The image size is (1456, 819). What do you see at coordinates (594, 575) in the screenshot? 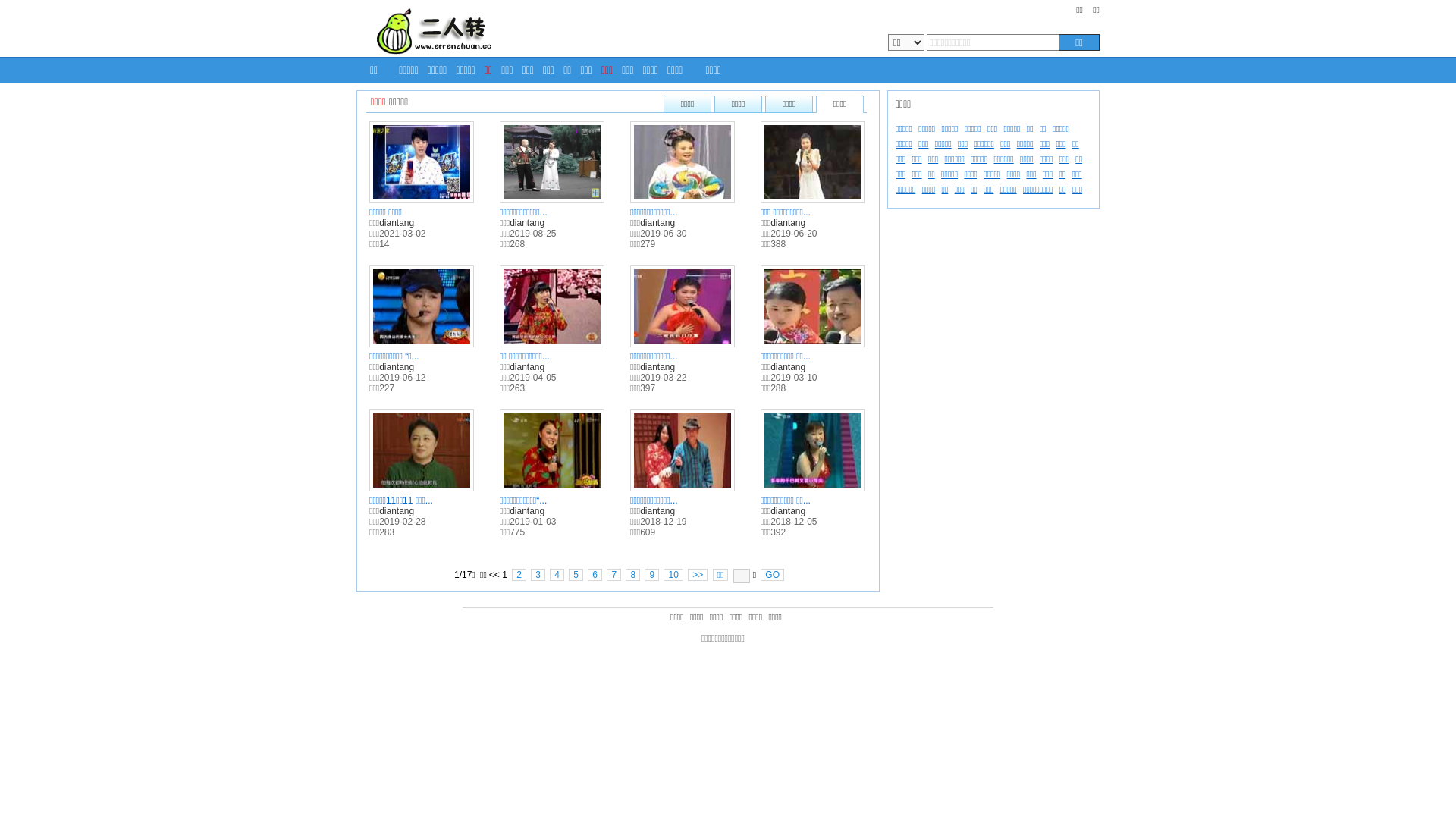
I see `'6'` at bounding box center [594, 575].